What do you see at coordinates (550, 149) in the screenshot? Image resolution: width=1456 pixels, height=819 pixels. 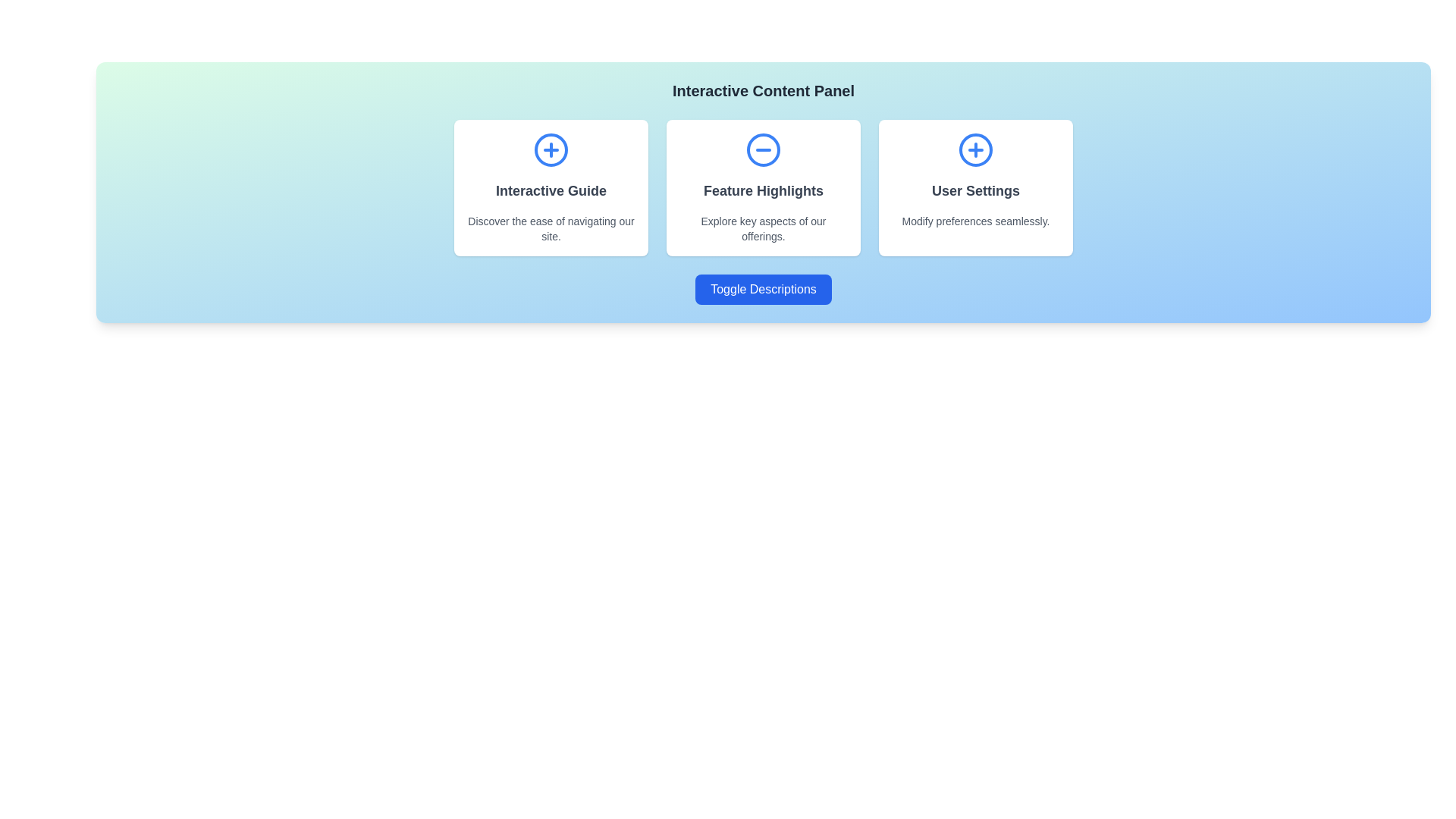 I see `the interactive icon located at the center of the 'Interactive Guide' card` at bounding box center [550, 149].